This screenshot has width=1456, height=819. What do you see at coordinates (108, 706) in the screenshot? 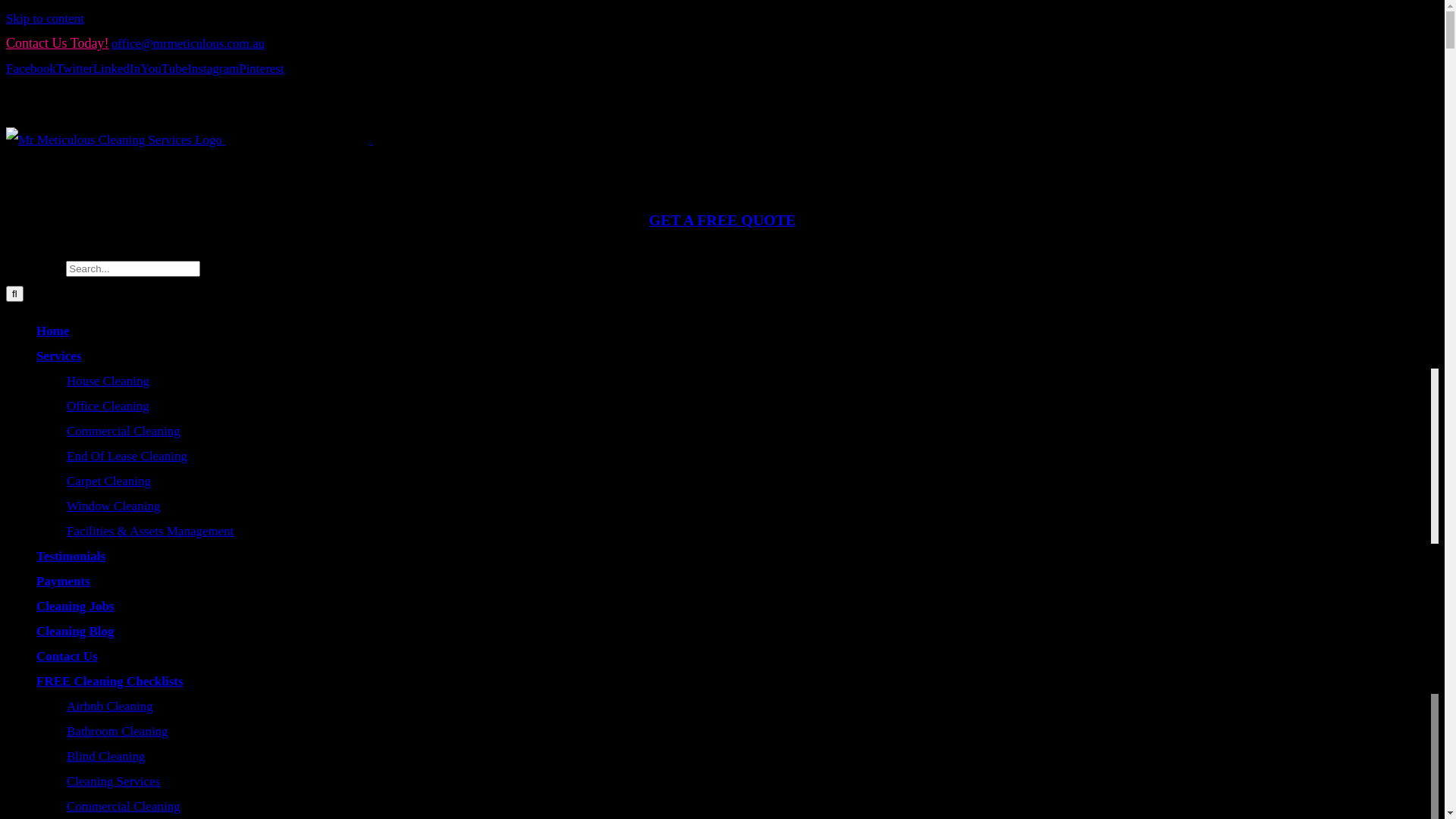
I see `'Airbnb Cleaning'` at bounding box center [108, 706].